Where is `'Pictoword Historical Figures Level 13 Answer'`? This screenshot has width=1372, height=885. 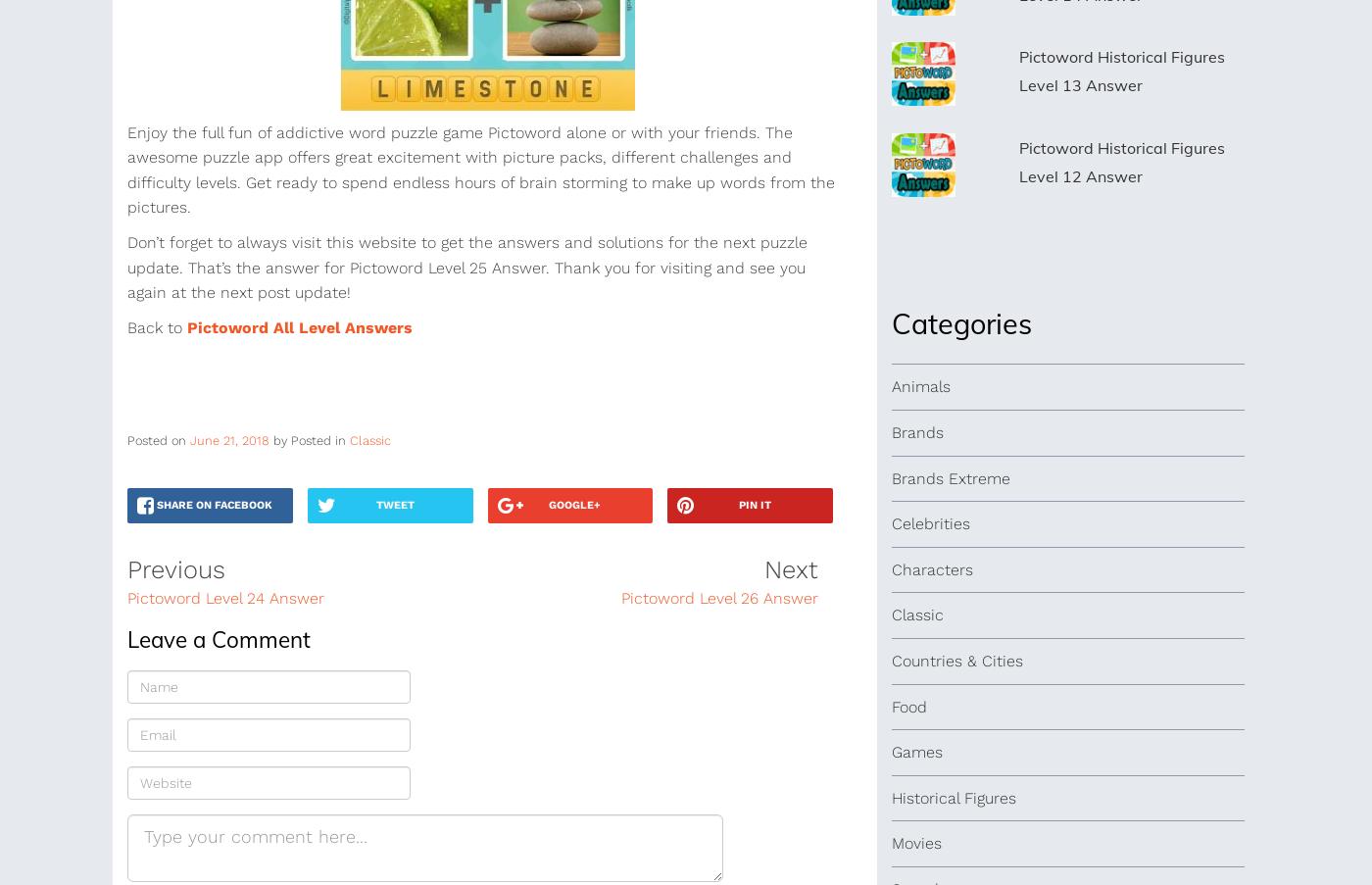
'Pictoword Historical Figures Level 13 Answer' is located at coordinates (1120, 71).